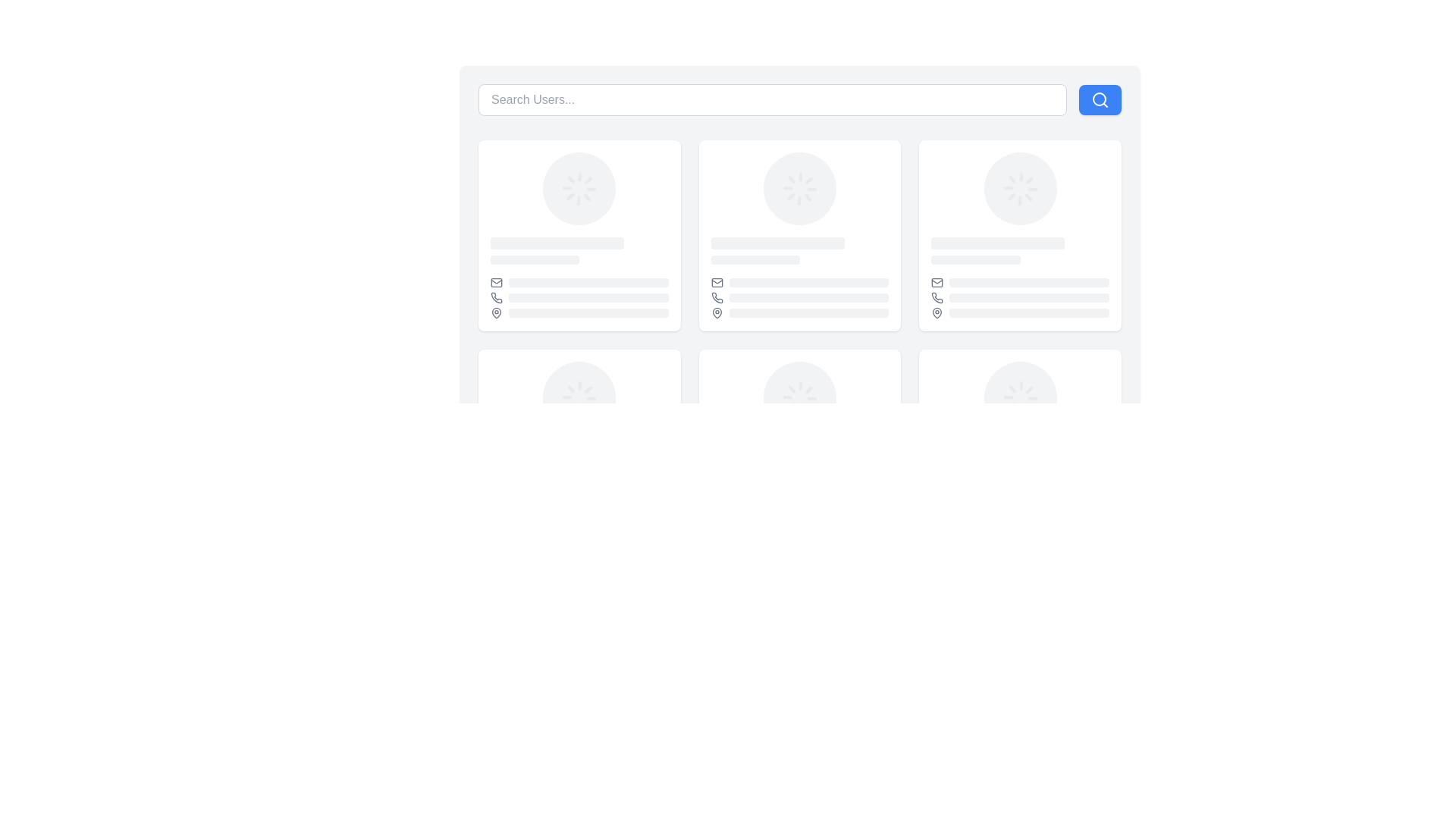 The width and height of the screenshot is (1456, 819). Describe the element at coordinates (1020, 236) in the screenshot. I see `the third card in the first row of the grid layout, which has a white background and rounded corners` at that location.